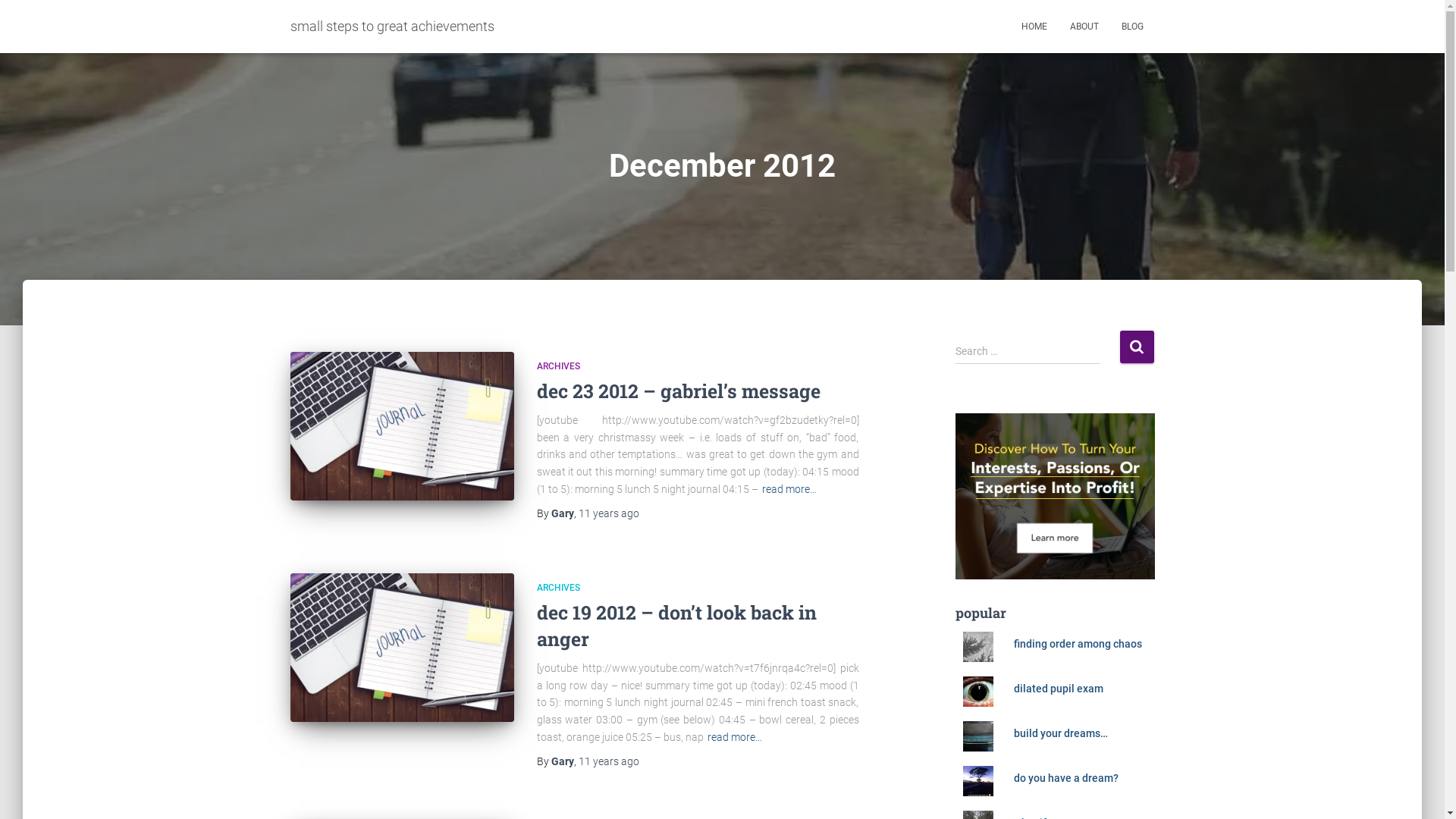  I want to click on 'BLOG', so click(1132, 26).